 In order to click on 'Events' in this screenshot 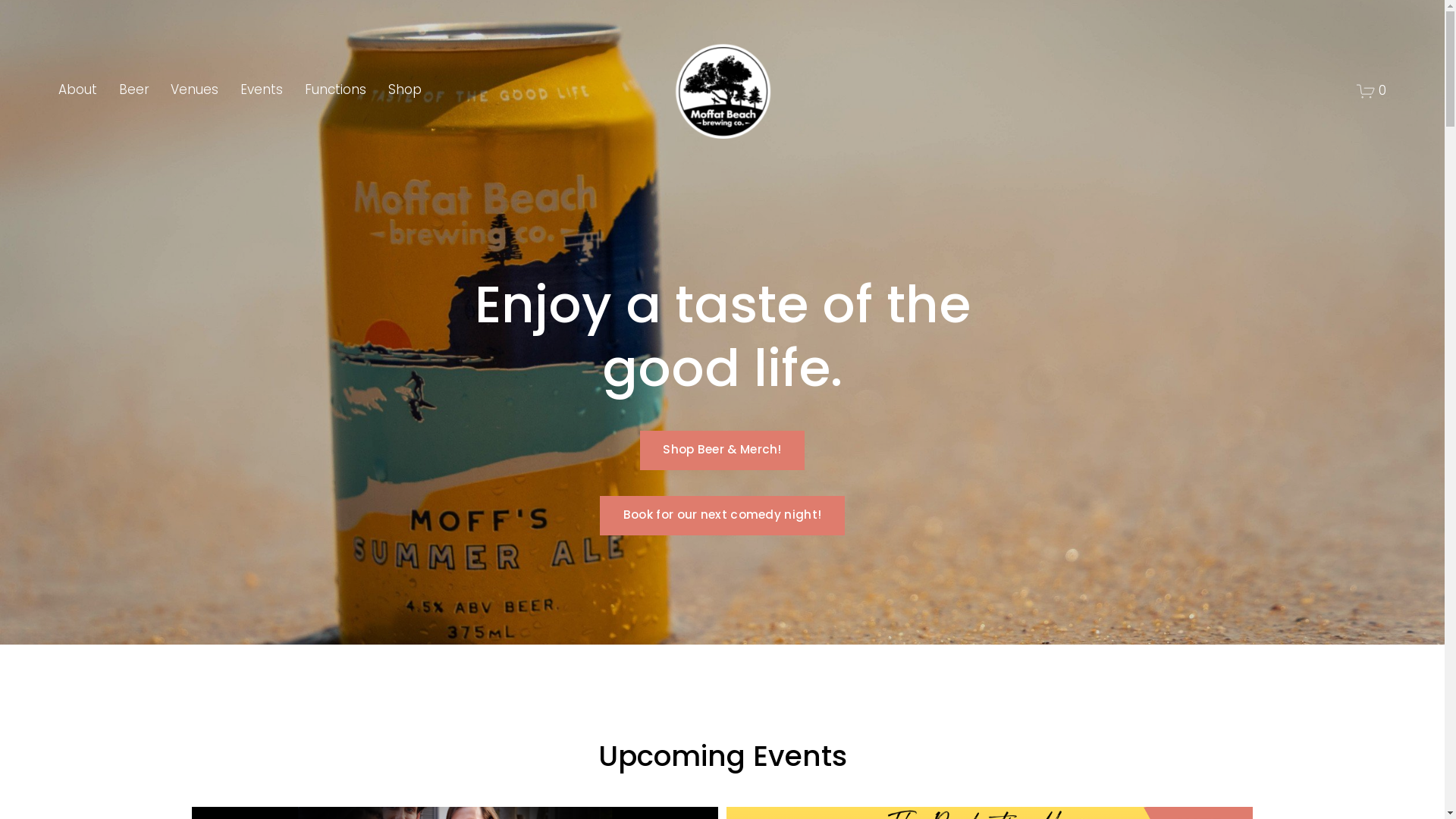, I will do `click(262, 90)`.